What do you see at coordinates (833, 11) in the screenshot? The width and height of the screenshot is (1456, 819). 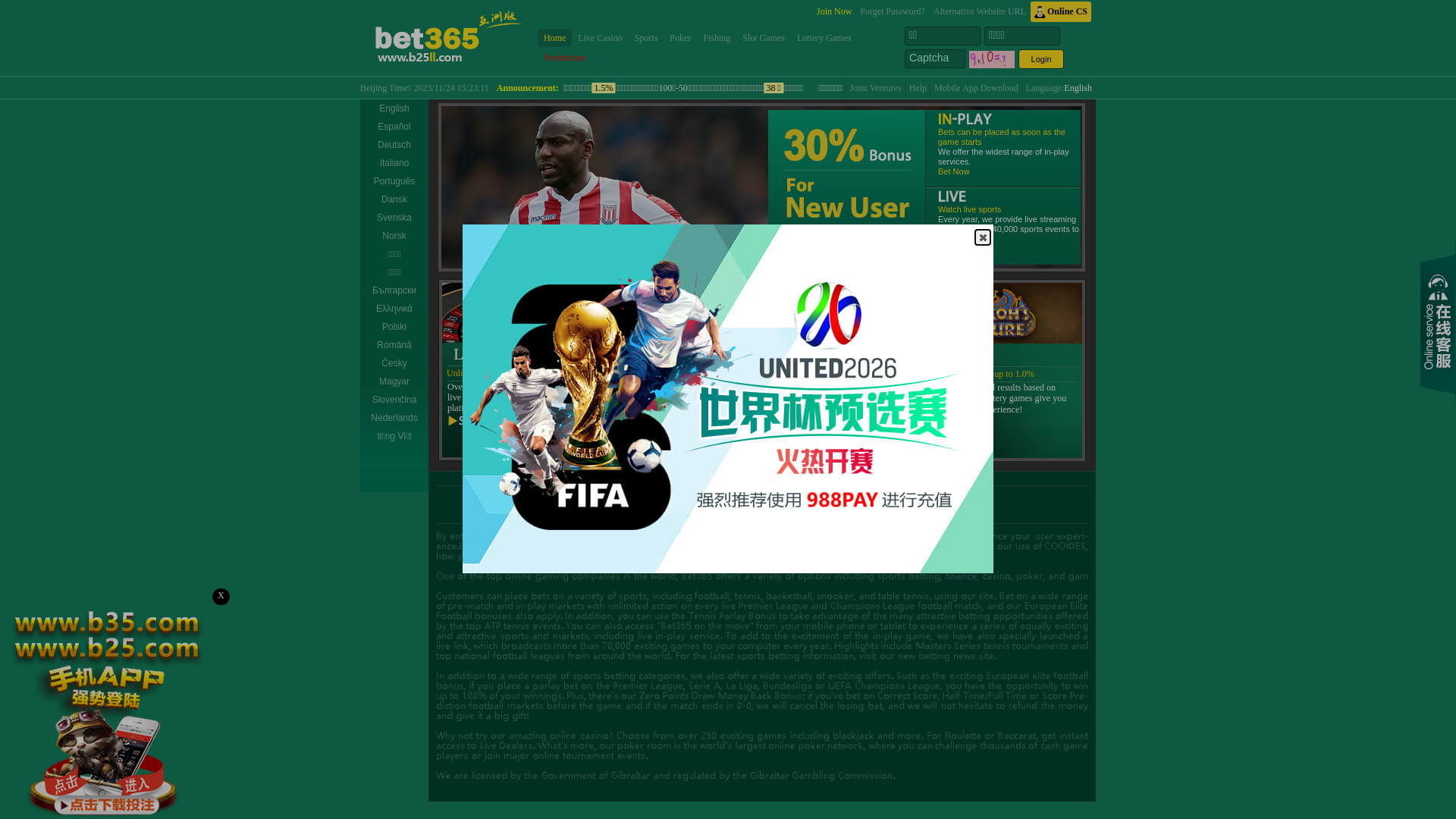 I see `'Join Now'` at bounding box center [833, 11].